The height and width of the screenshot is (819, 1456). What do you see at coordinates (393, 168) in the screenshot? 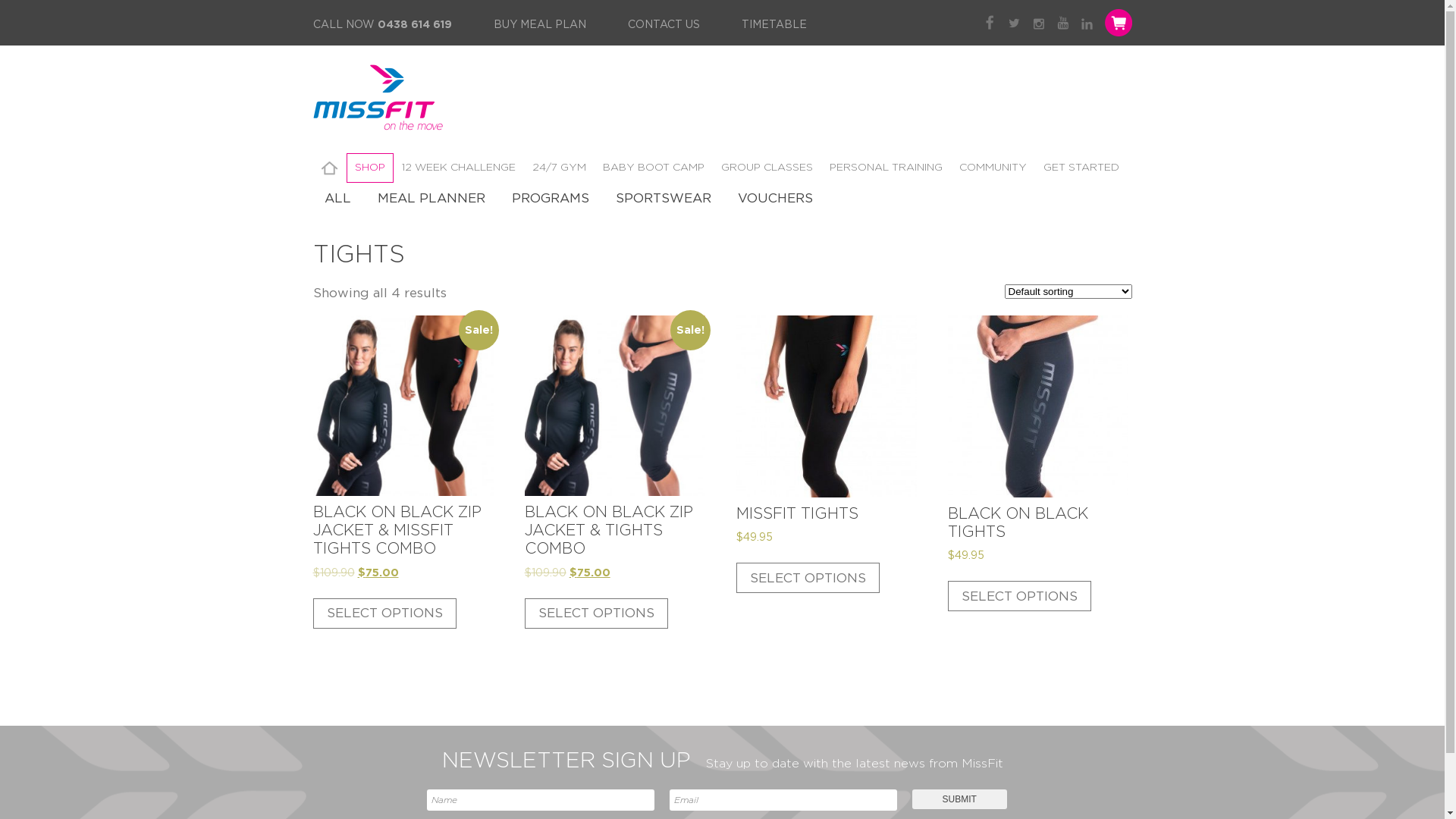
I see `'12 WEEK CHALLENGE'` at bounding box center [393, 168].